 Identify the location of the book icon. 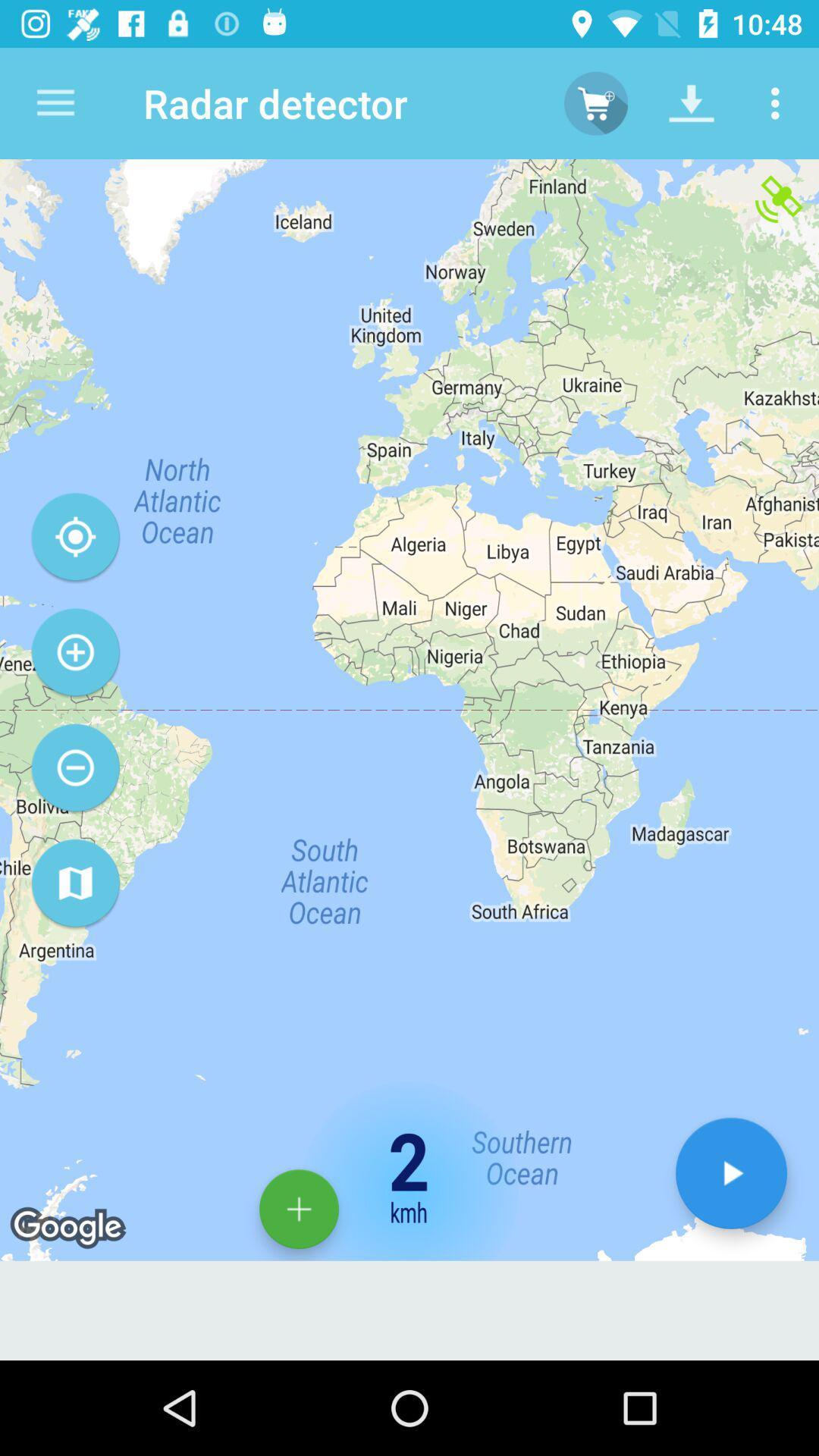
(75, 883).